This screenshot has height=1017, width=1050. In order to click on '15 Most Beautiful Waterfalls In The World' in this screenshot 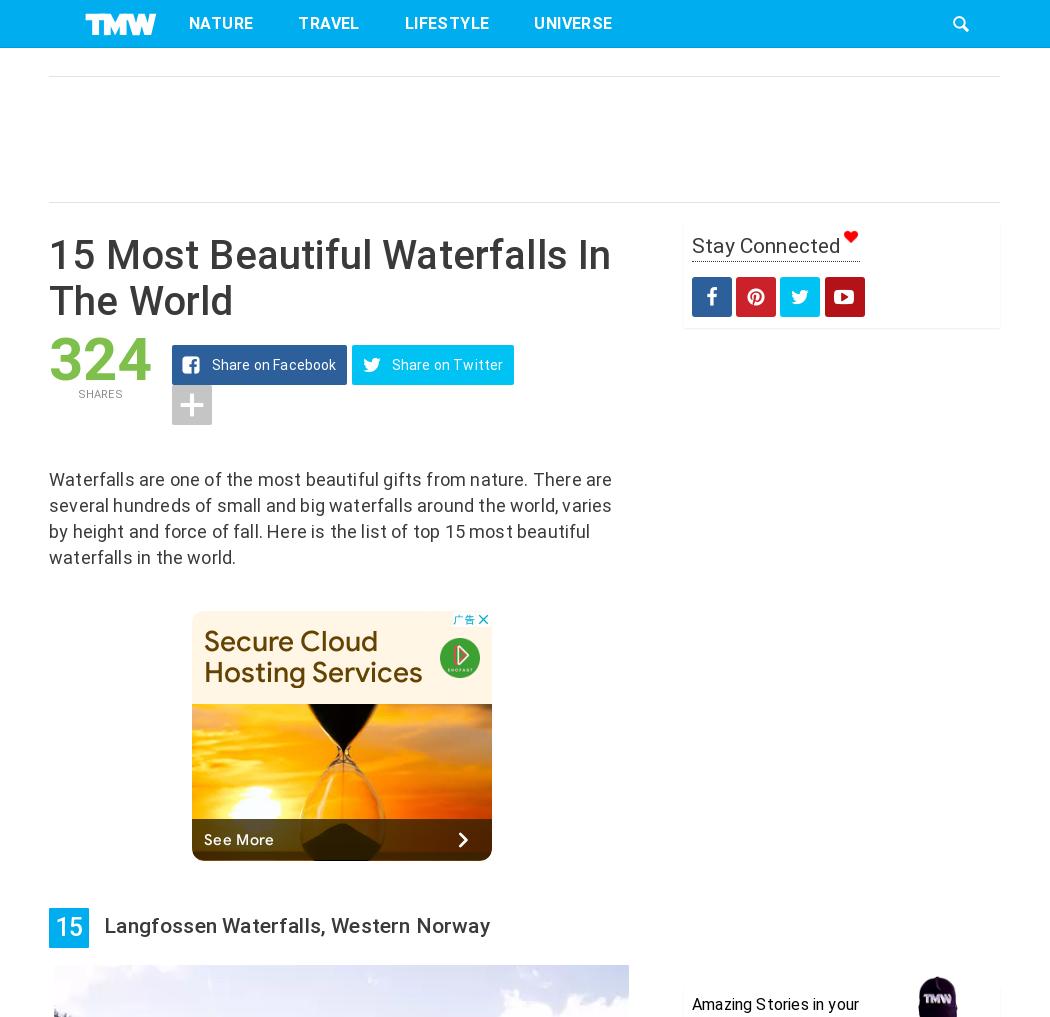, I will do `click(330, 277)`.